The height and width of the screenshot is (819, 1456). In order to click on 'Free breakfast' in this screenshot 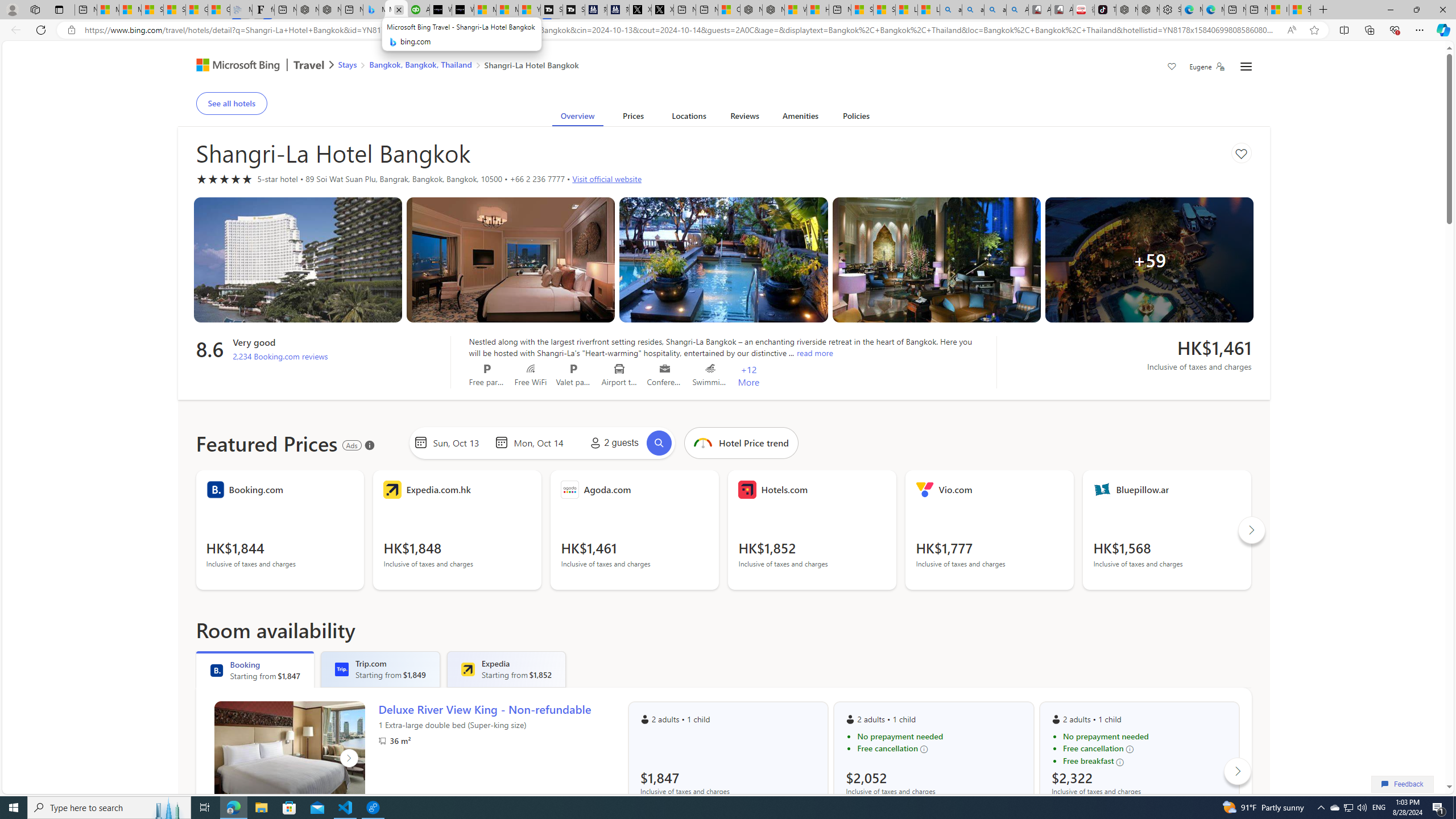, I will do `click(1145, 761)`.